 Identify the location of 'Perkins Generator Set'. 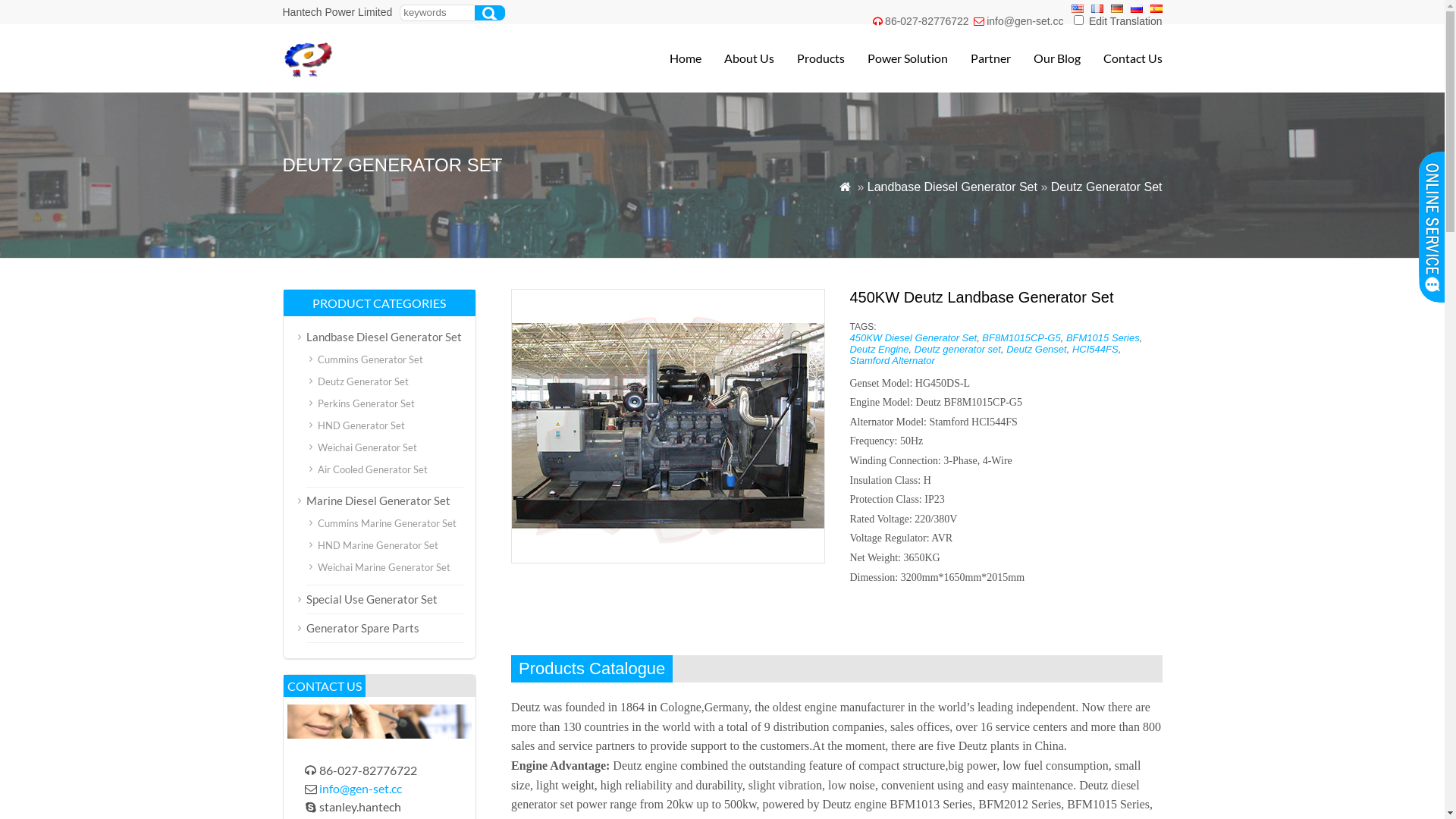
(365, 403).